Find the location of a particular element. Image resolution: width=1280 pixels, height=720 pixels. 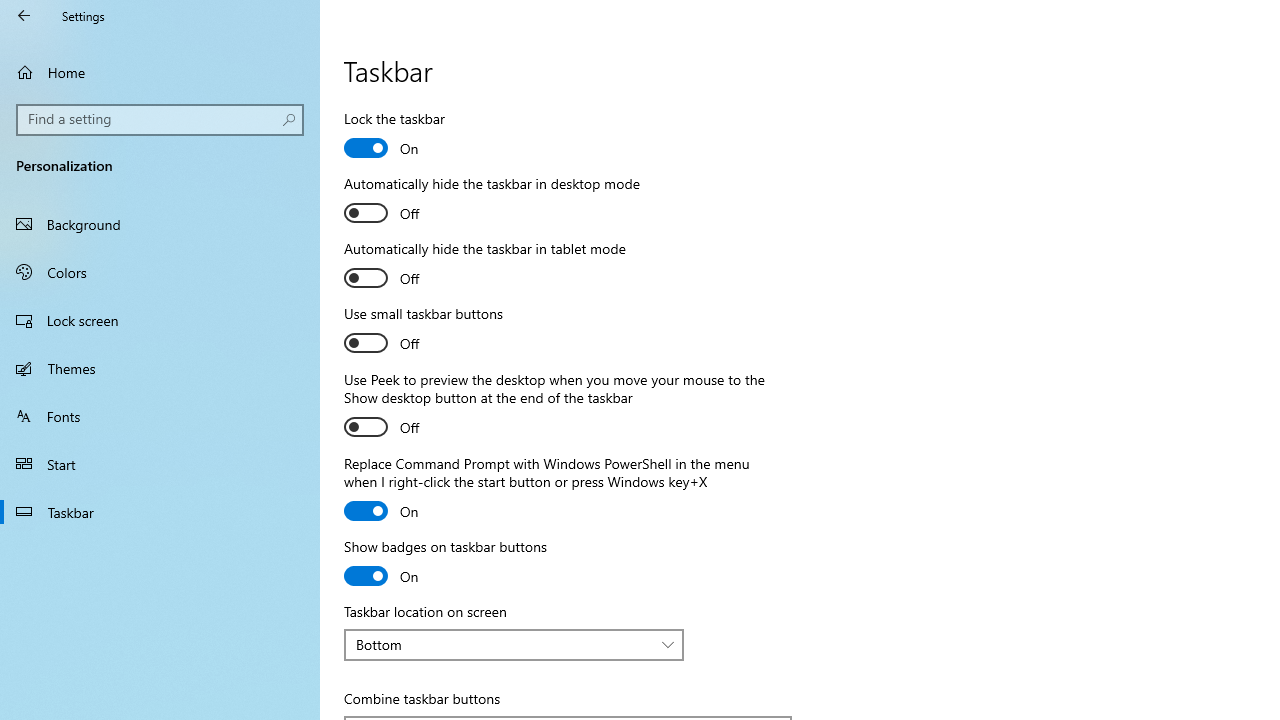

'Taskbar location on screen' is located at coordinates (513, 645).